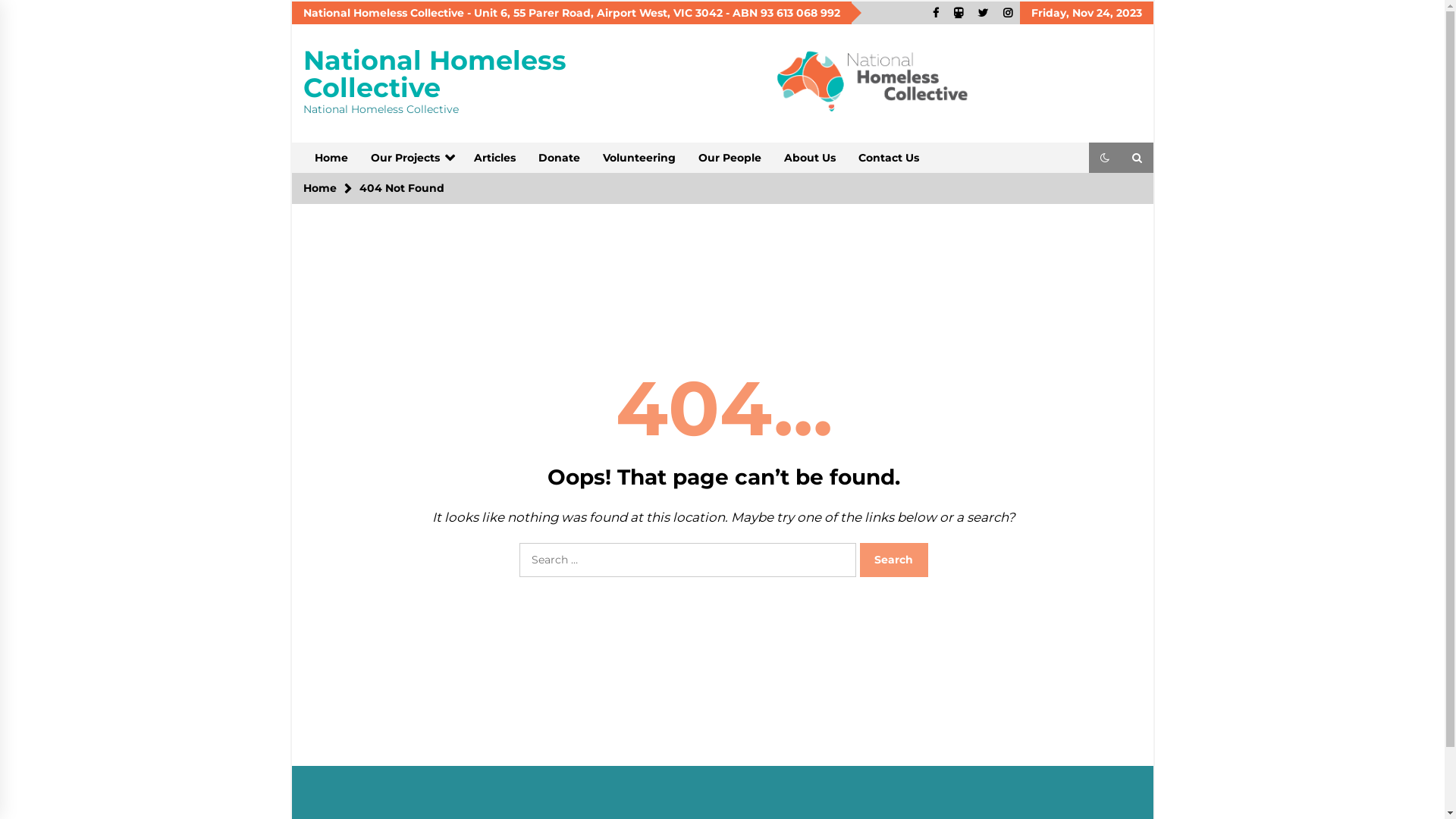  What do you see at coordinates (434, 74) in the screenshot?
I see `'National Homeless Collective'` at bounding box center [434, 74].